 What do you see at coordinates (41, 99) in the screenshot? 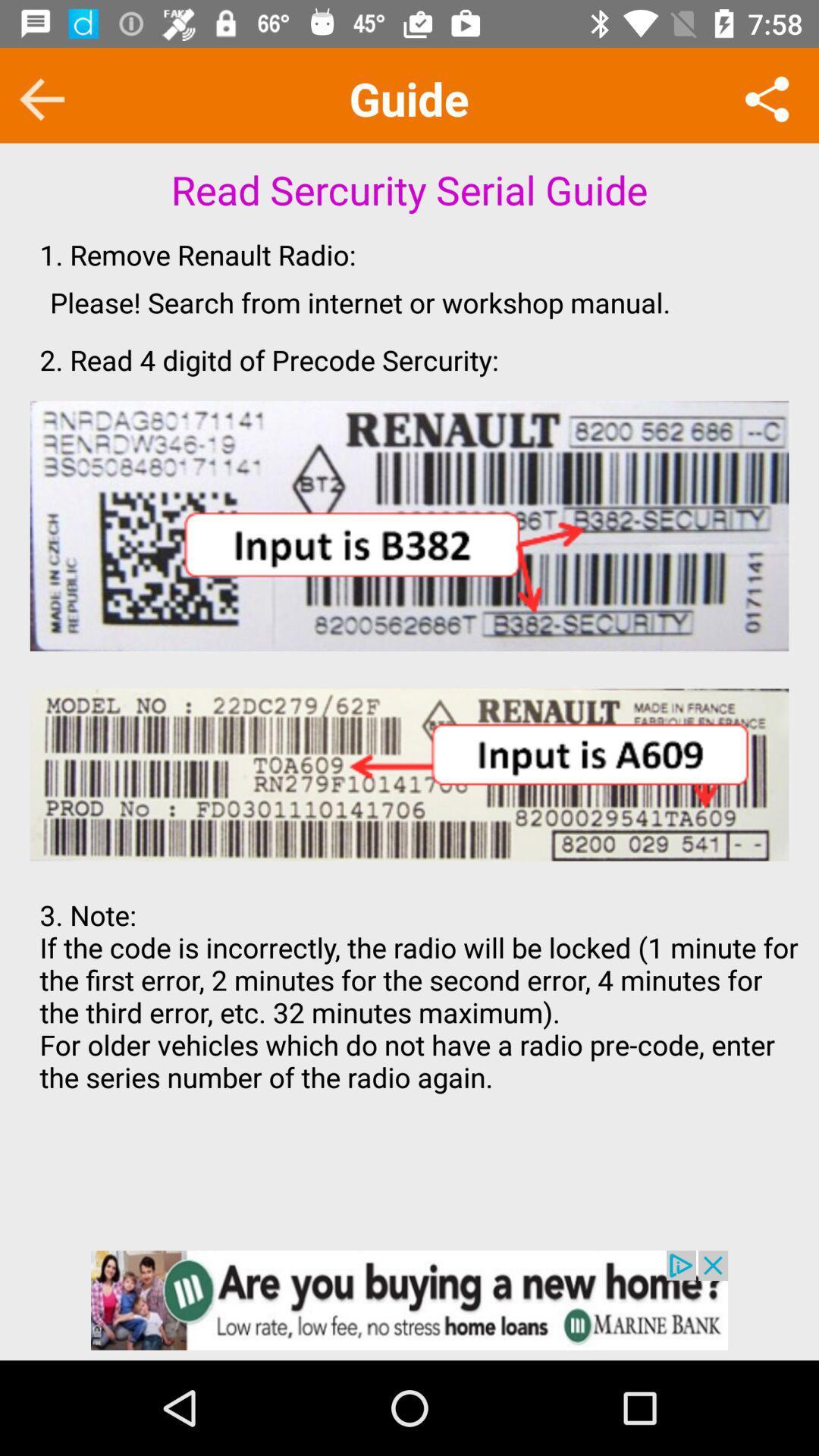
I see `the arrow_backward icon` at bounding box center [41, 99].